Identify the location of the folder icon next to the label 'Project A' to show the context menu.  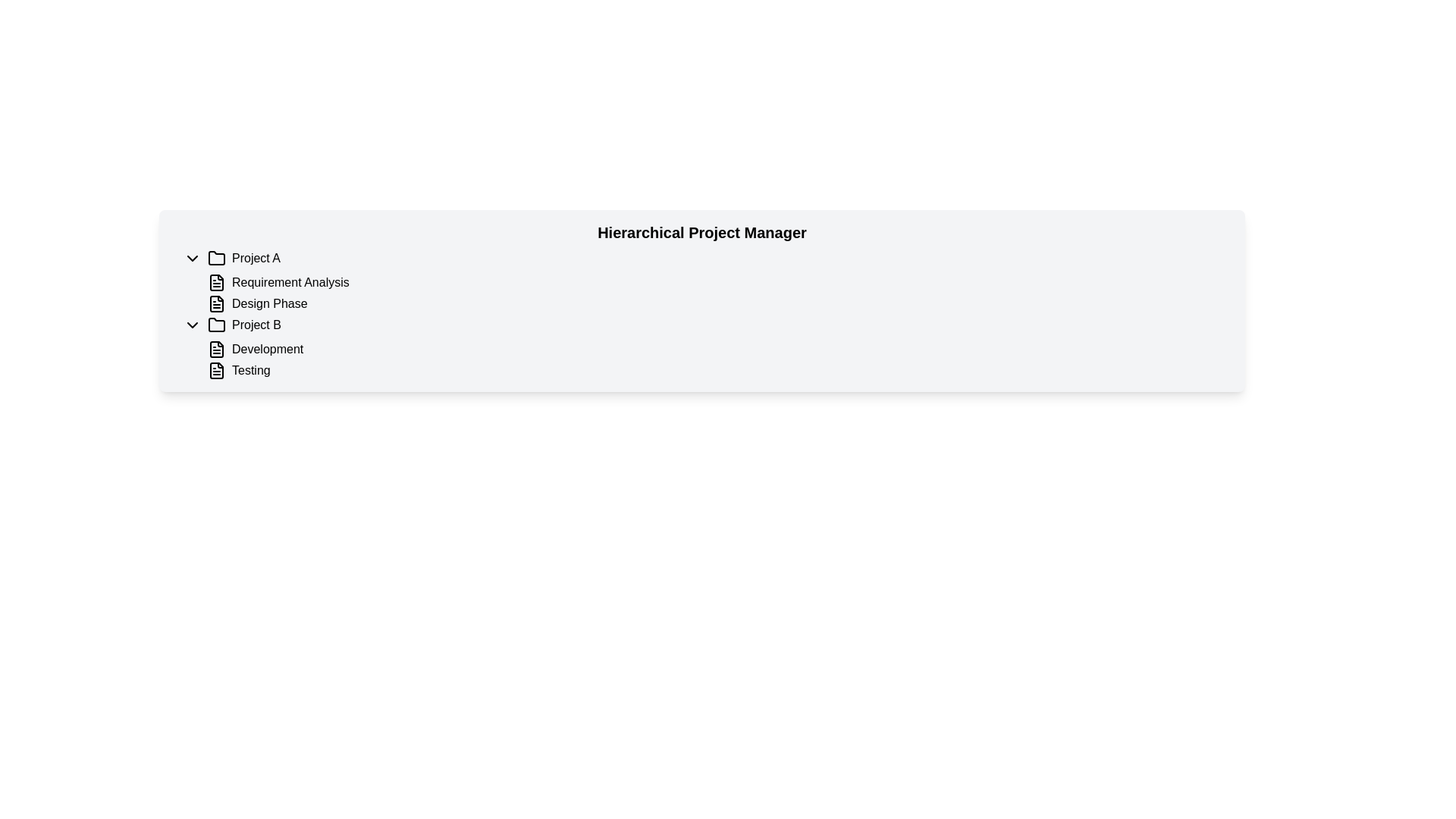
(216, 256).